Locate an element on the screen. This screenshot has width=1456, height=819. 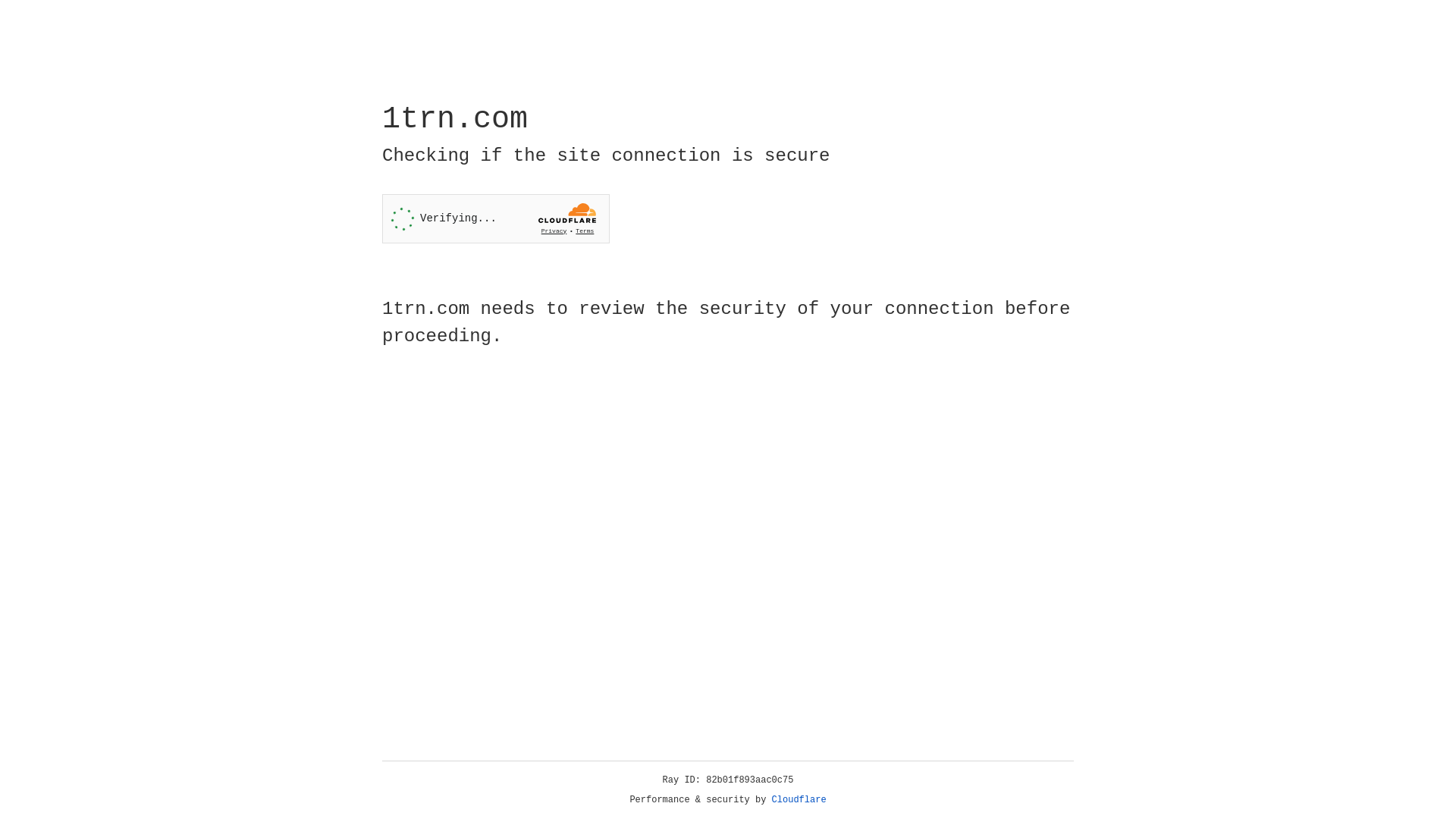
'Widget containing a Cloudflare security challenge' is located at coordinates (495, 218).